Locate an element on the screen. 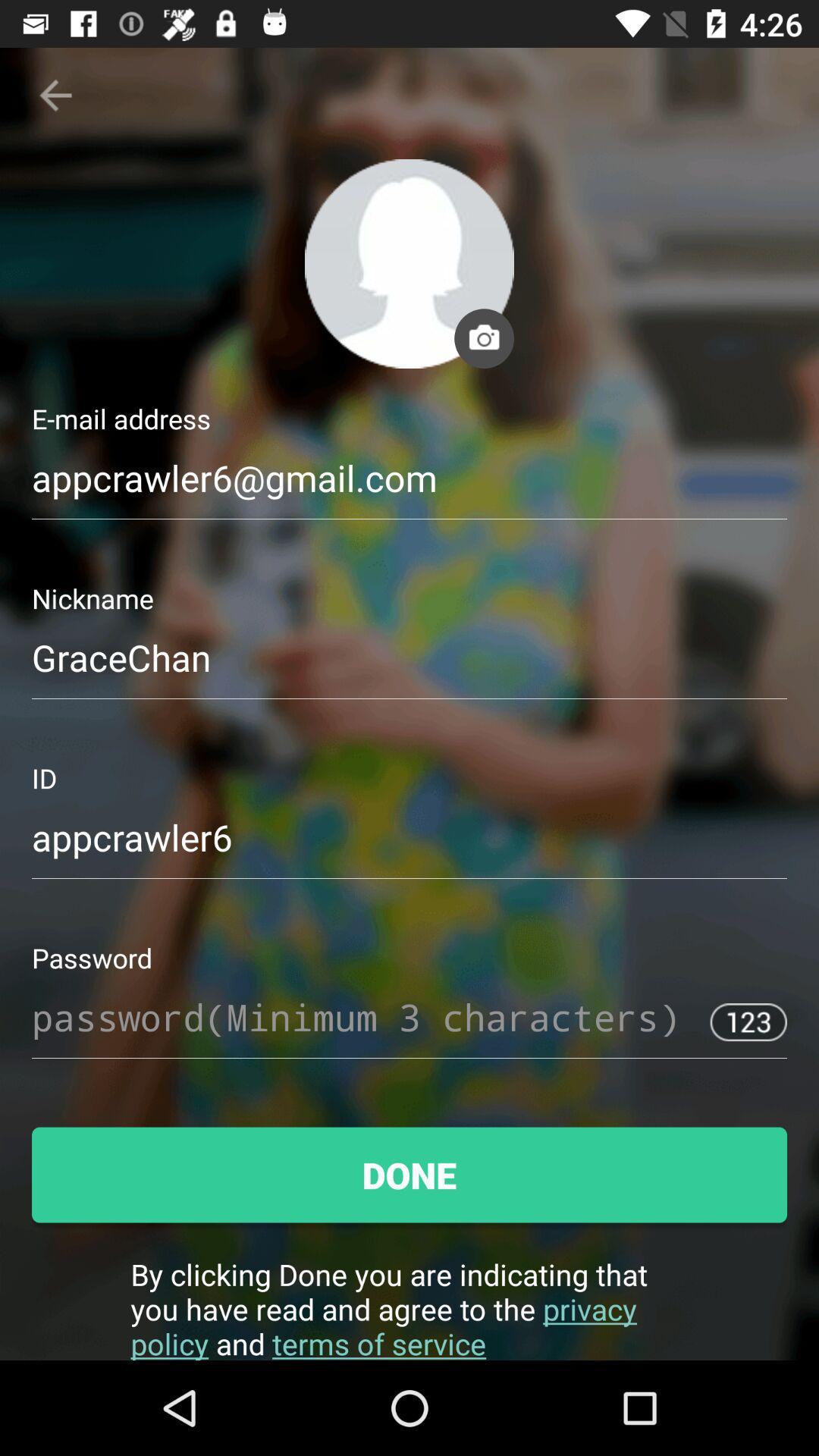 The image size is (819, 1456). the text below the text id on the web page is located at coordinates (409, 845).